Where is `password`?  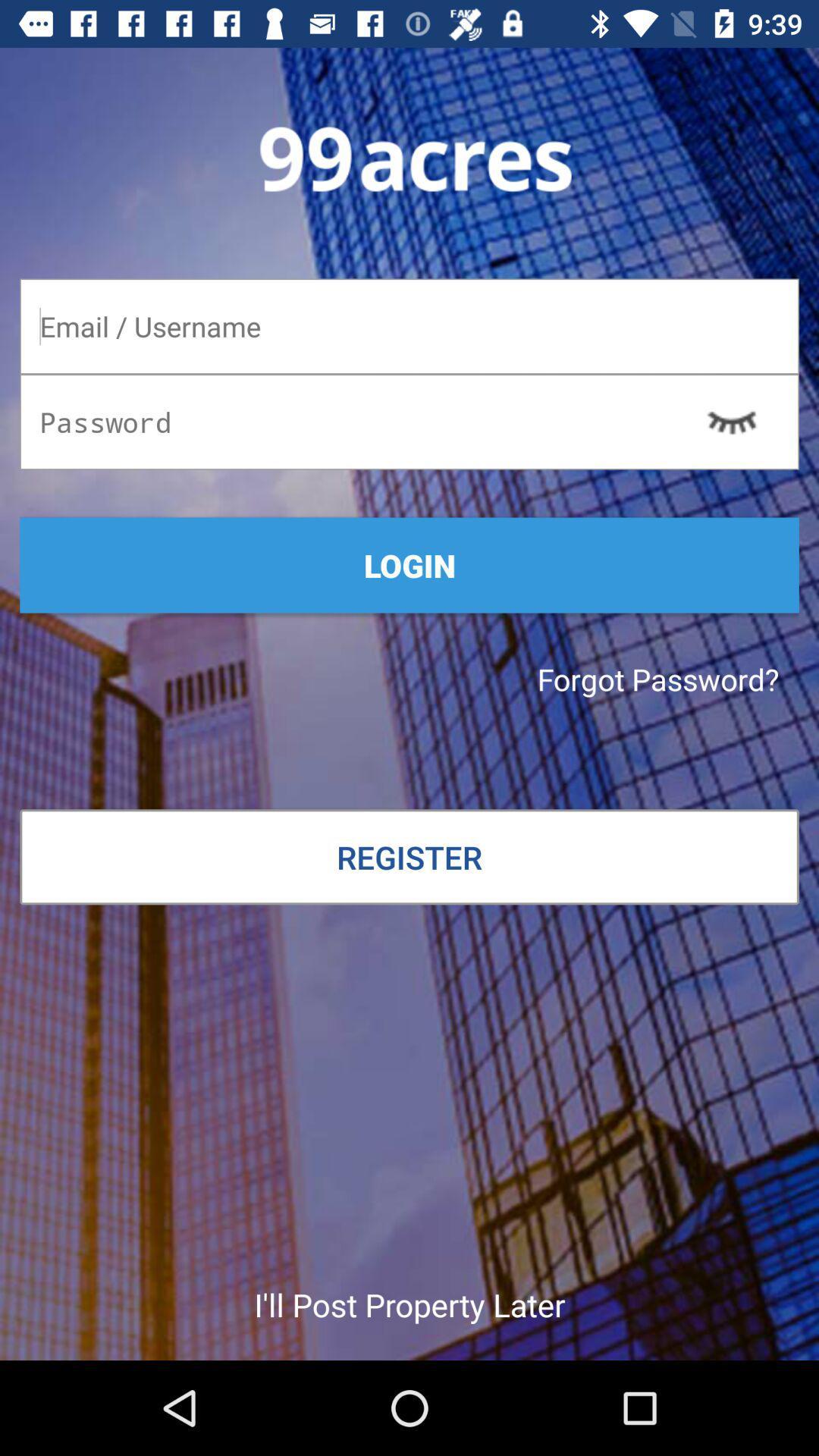 password is located at coordinates (409, 422).